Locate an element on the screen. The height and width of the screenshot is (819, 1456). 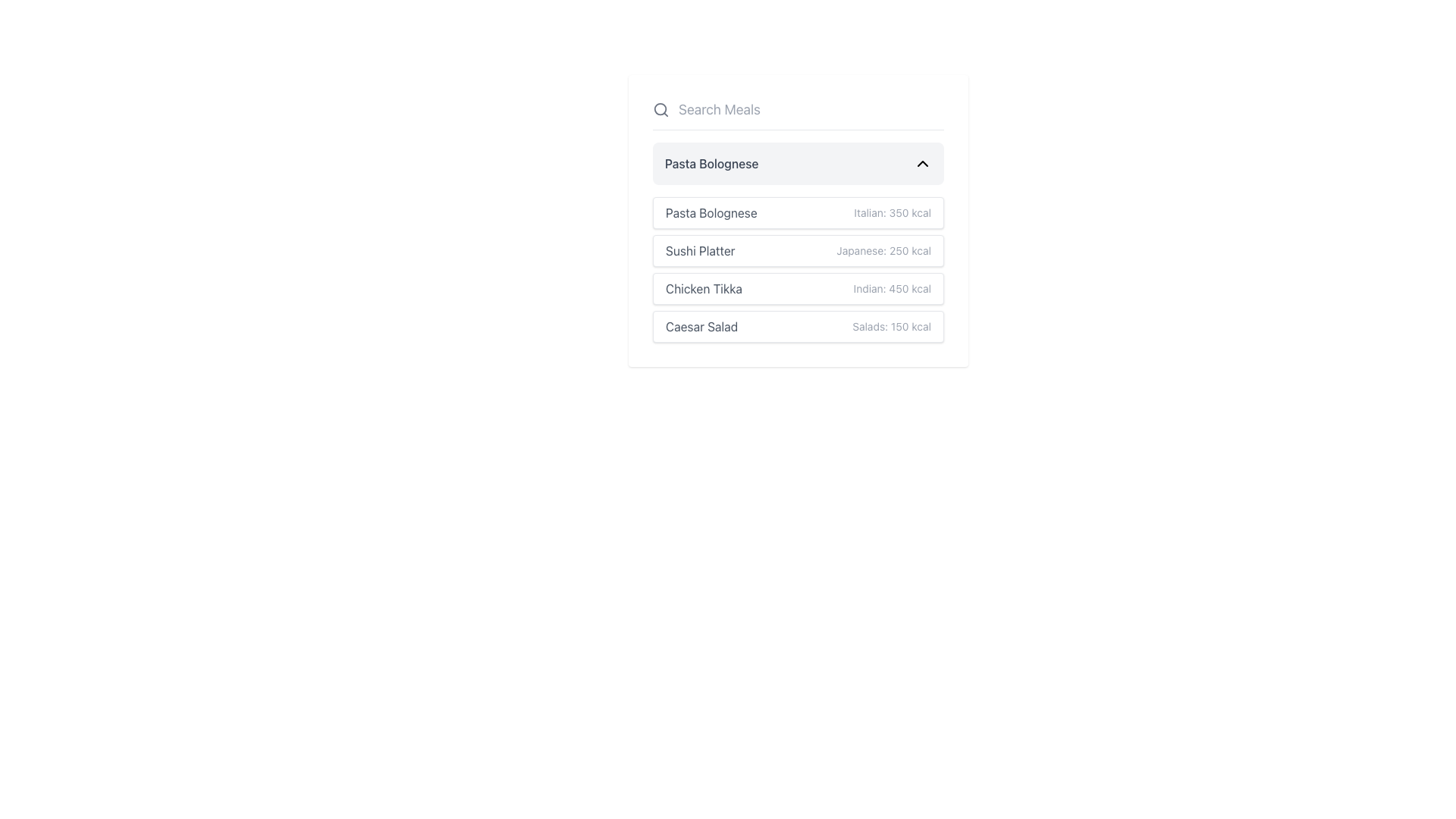
text label displaying 'Salads: 150 kcal' located to the right of the 'Caesar Salad' list item is located at coordinates (892, 326).